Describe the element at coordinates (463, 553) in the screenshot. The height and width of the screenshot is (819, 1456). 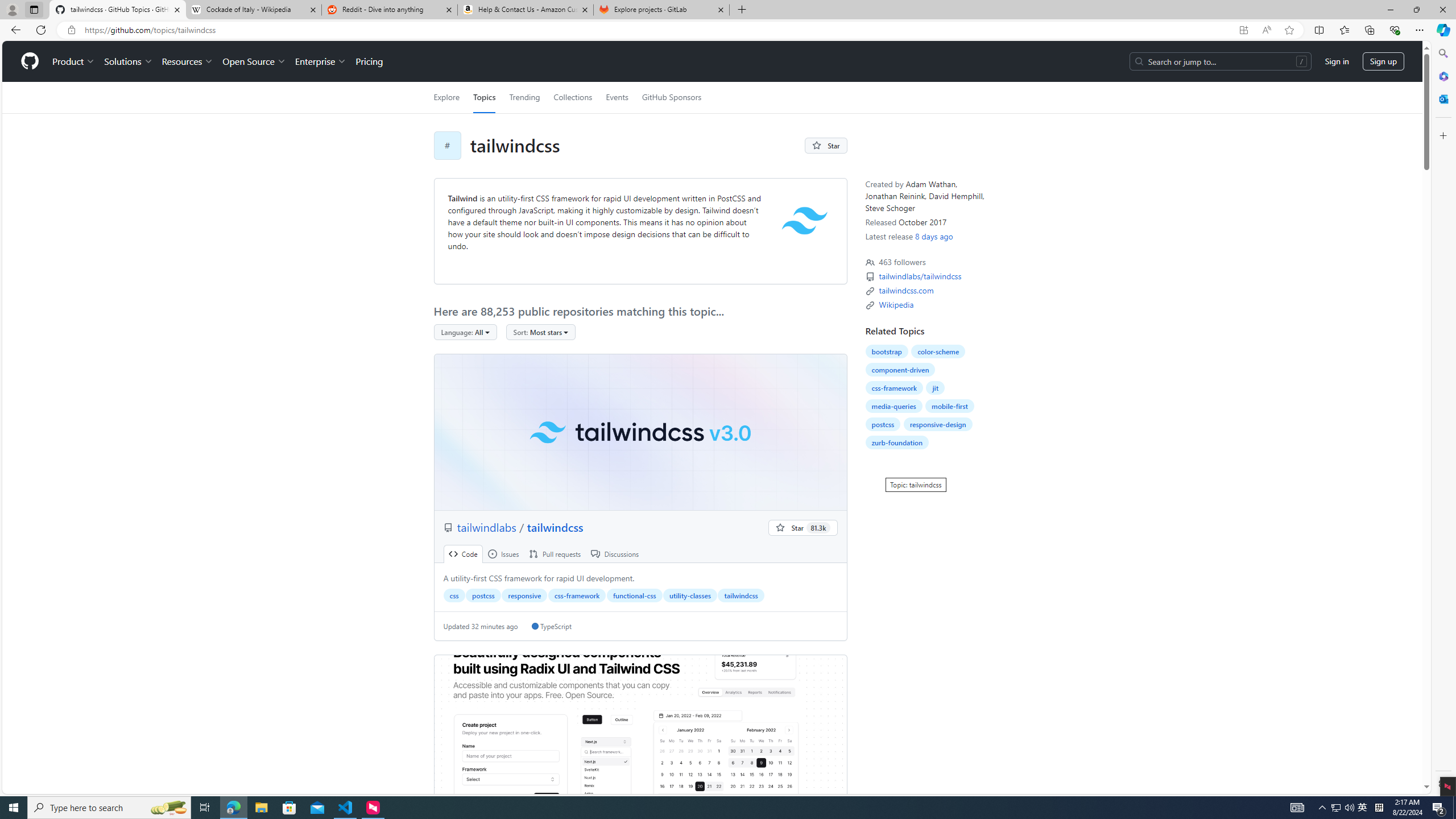
I see `' Code'` at that location.